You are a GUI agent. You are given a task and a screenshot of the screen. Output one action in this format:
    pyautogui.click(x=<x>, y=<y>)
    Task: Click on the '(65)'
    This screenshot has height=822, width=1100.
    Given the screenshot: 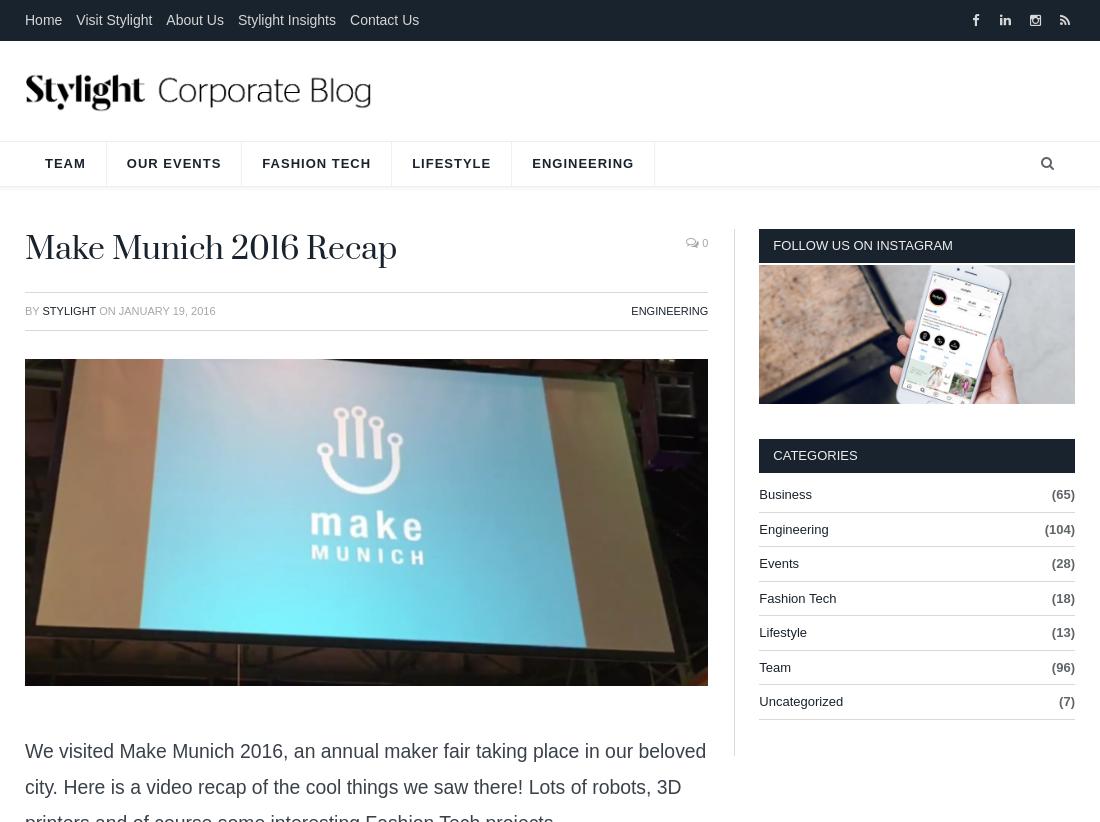 What is the action you would take?
    pyautogui.click(x=1062, y=493)
    